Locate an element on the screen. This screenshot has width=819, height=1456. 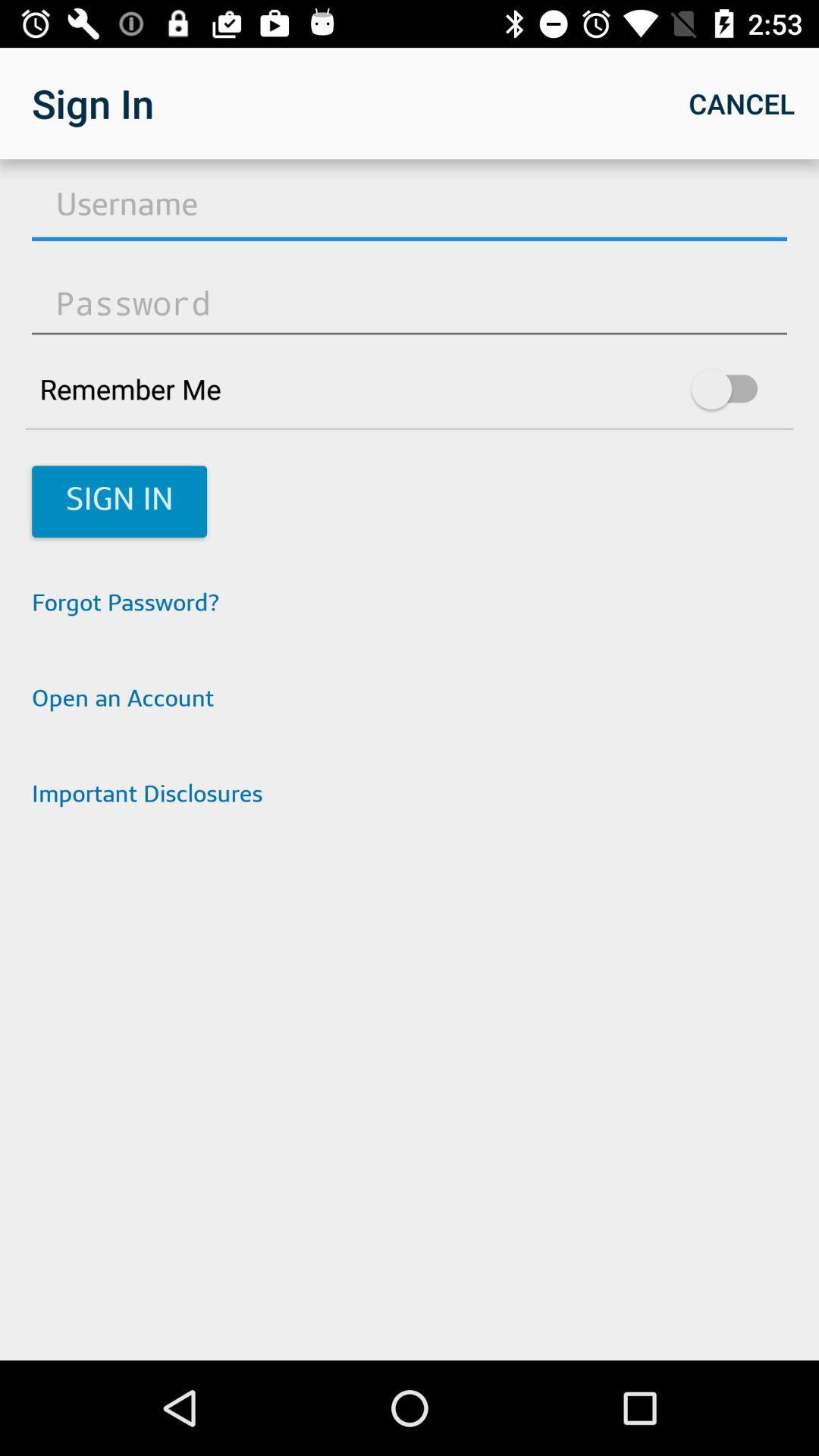
the icon at the top right corner is located at coordinates (741, 102).